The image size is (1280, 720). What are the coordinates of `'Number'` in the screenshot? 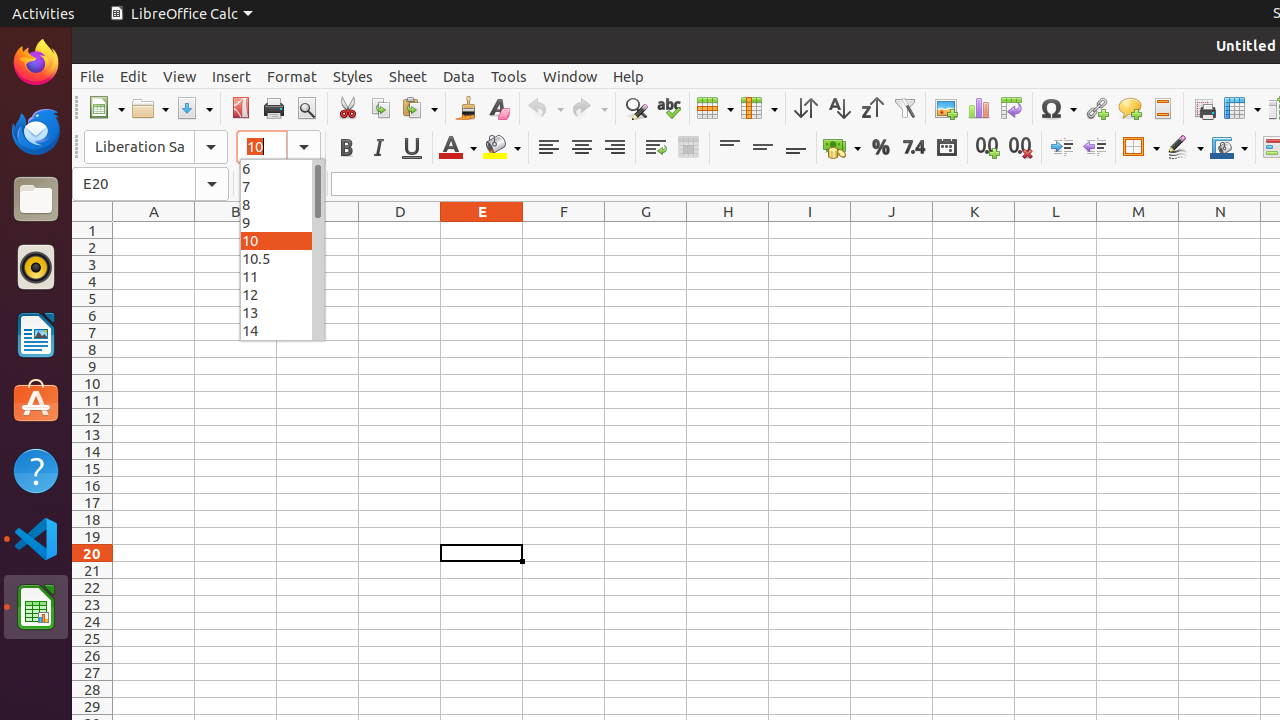 It's located at (912, 146).